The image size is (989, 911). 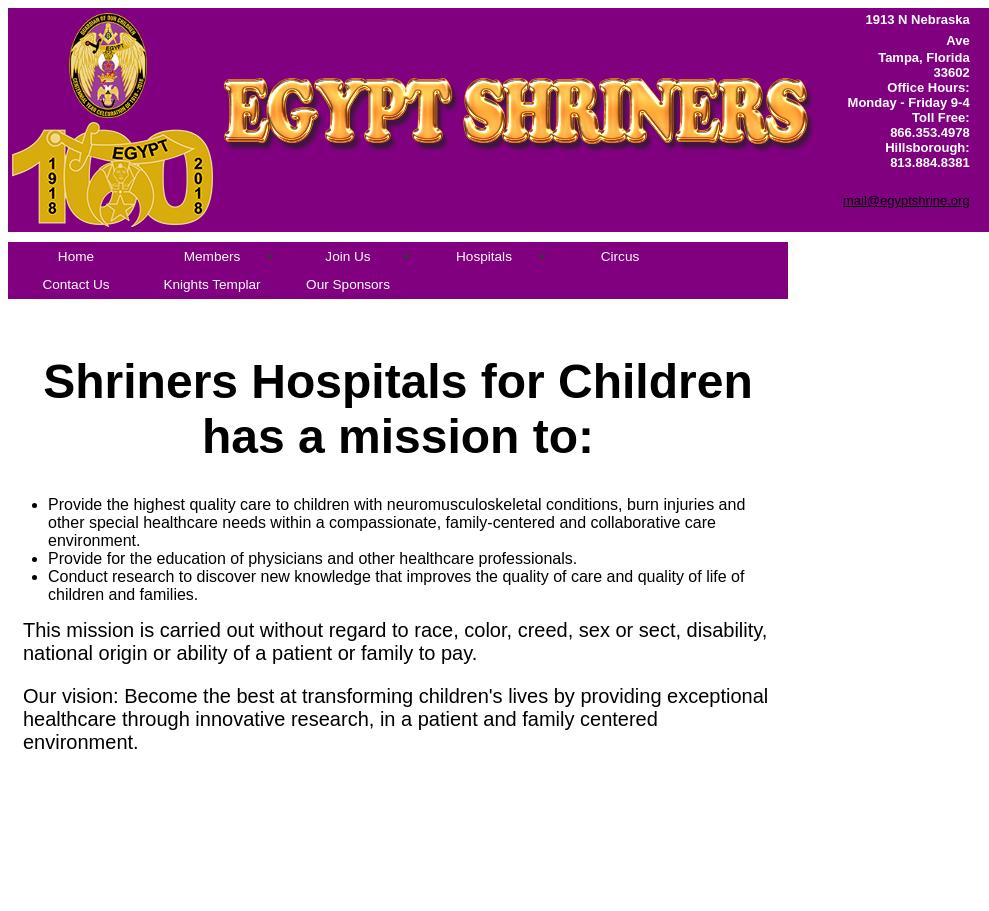 I want to click on 'Office Hours: Monday - Friday 9-4', so click(x=846, y=95).